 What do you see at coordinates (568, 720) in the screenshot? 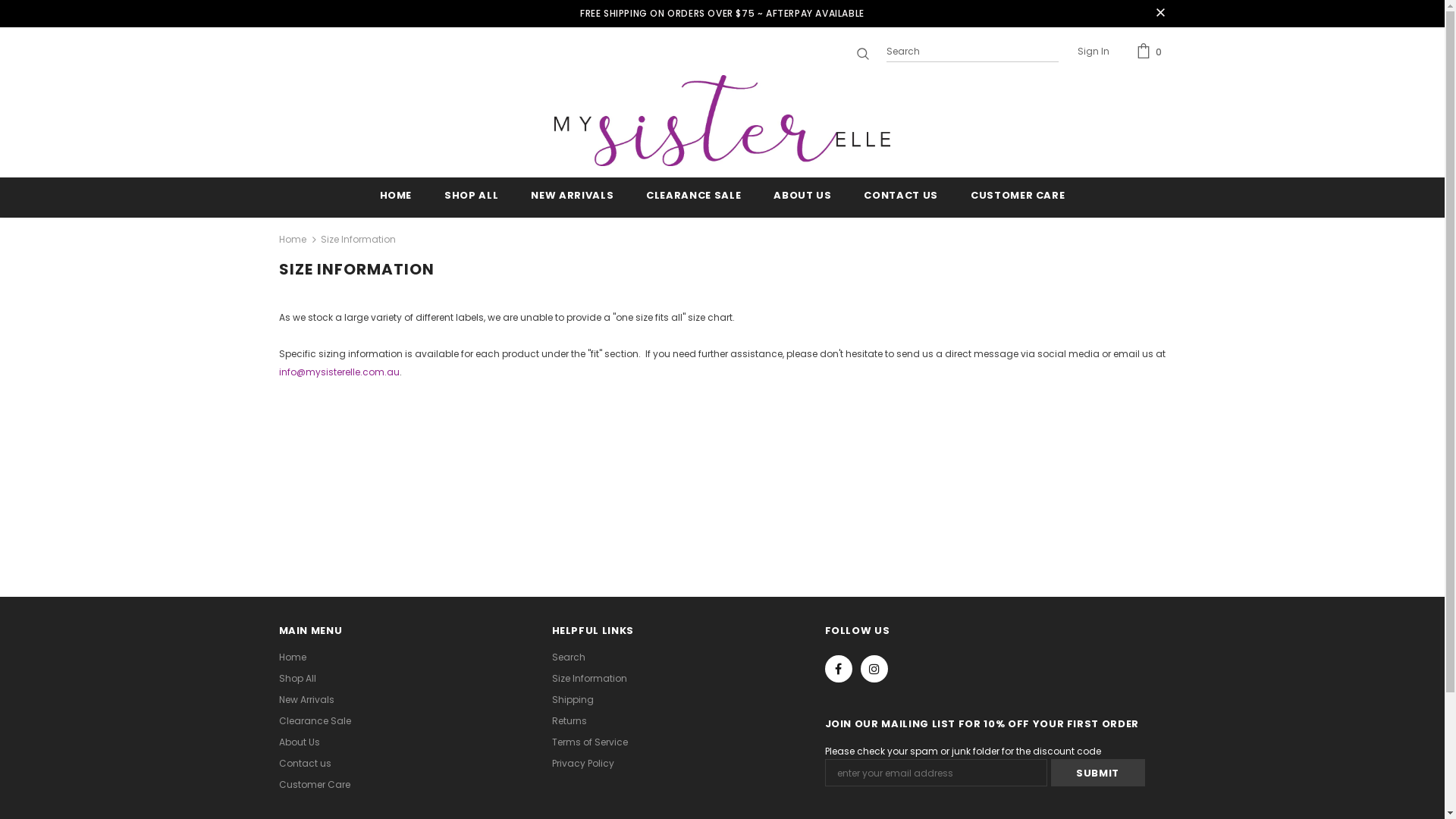
I see `'Returns'` at bounding box center [568, 720].